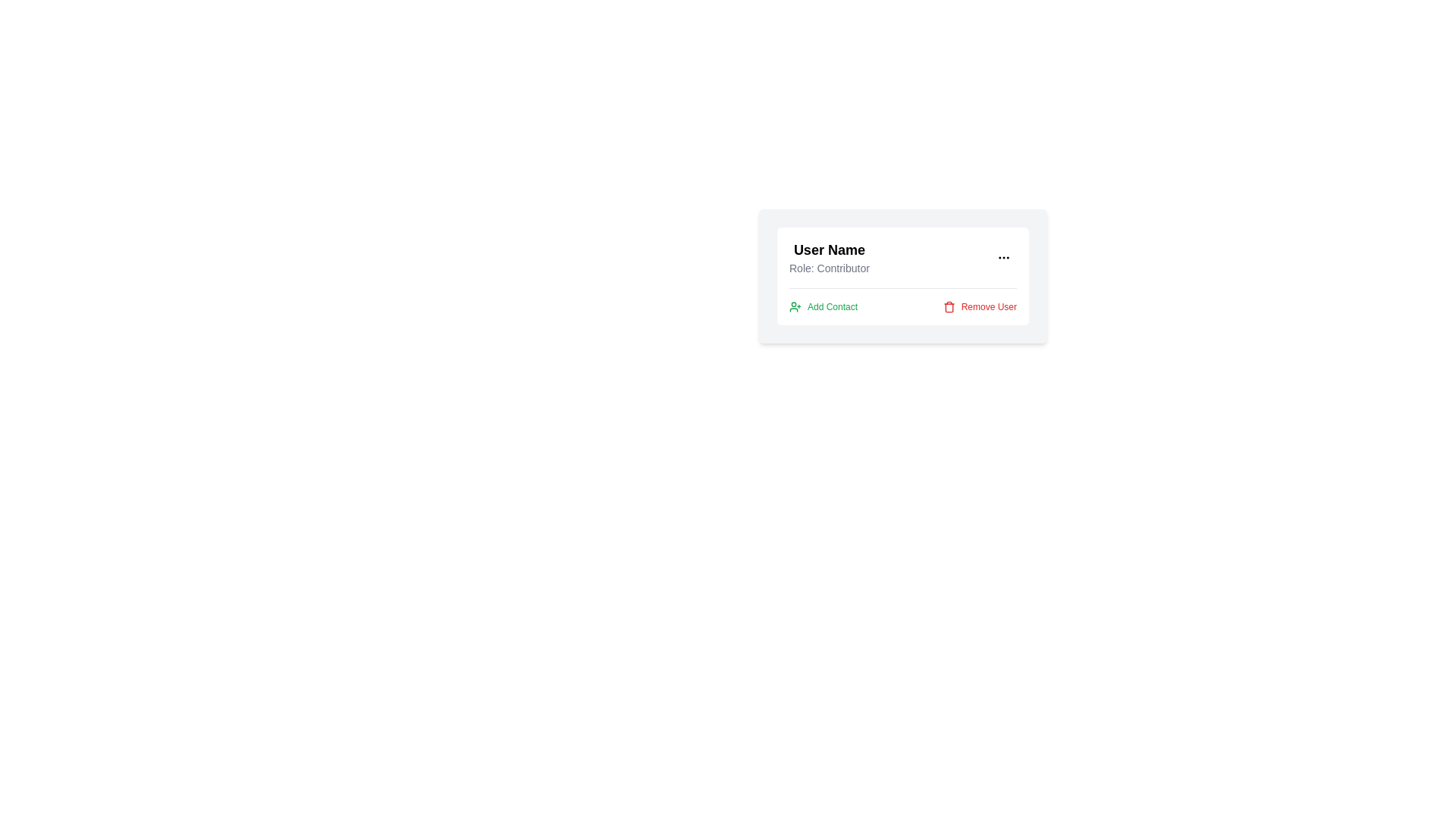  Describe the element at coordinates (822, 307) in the screenshot. I see `the 'Add Contact' button, which is a green button with a user icon and text` at that location.